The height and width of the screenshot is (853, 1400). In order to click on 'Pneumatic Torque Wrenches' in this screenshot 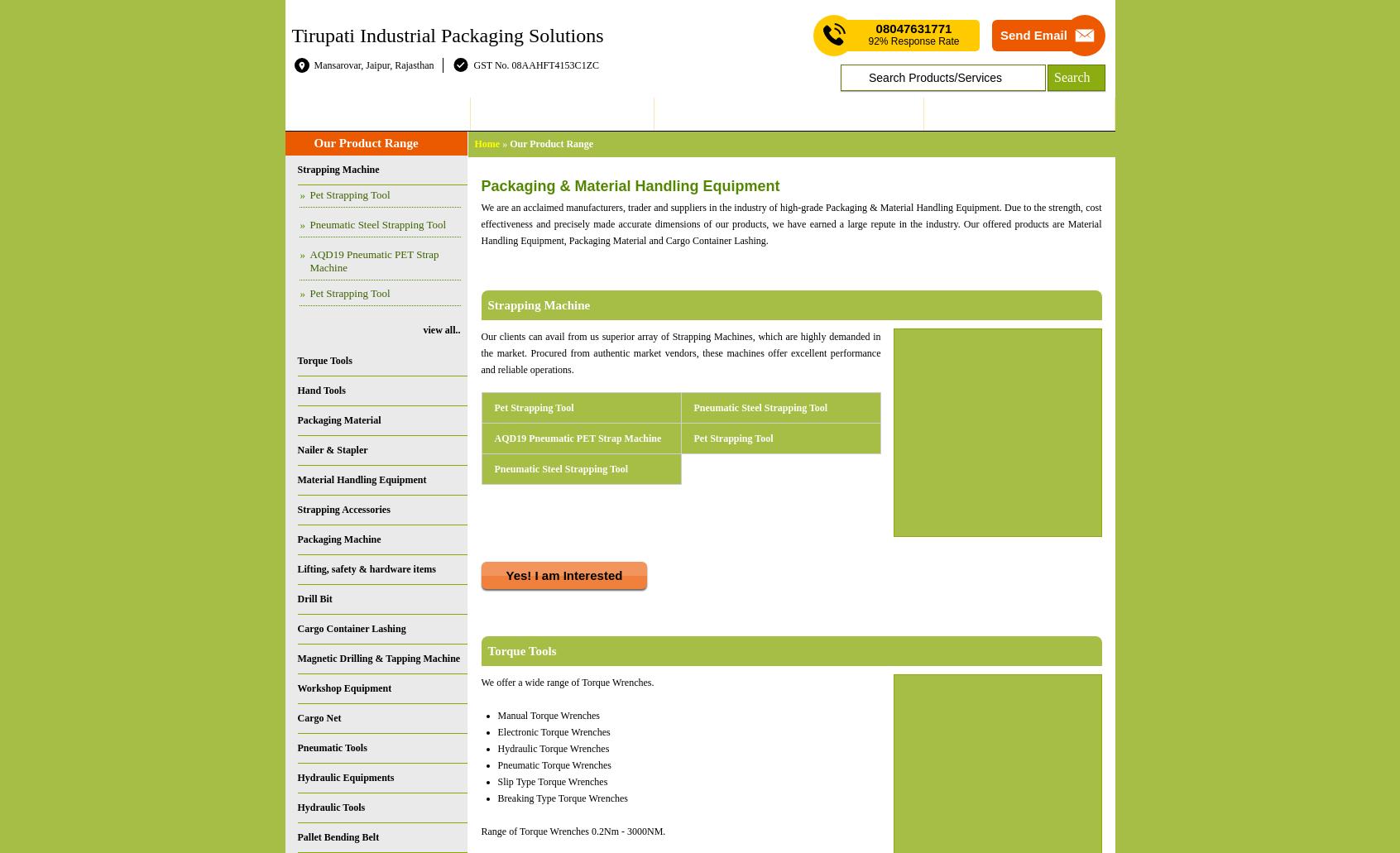, I will do `click(554, 765)`.